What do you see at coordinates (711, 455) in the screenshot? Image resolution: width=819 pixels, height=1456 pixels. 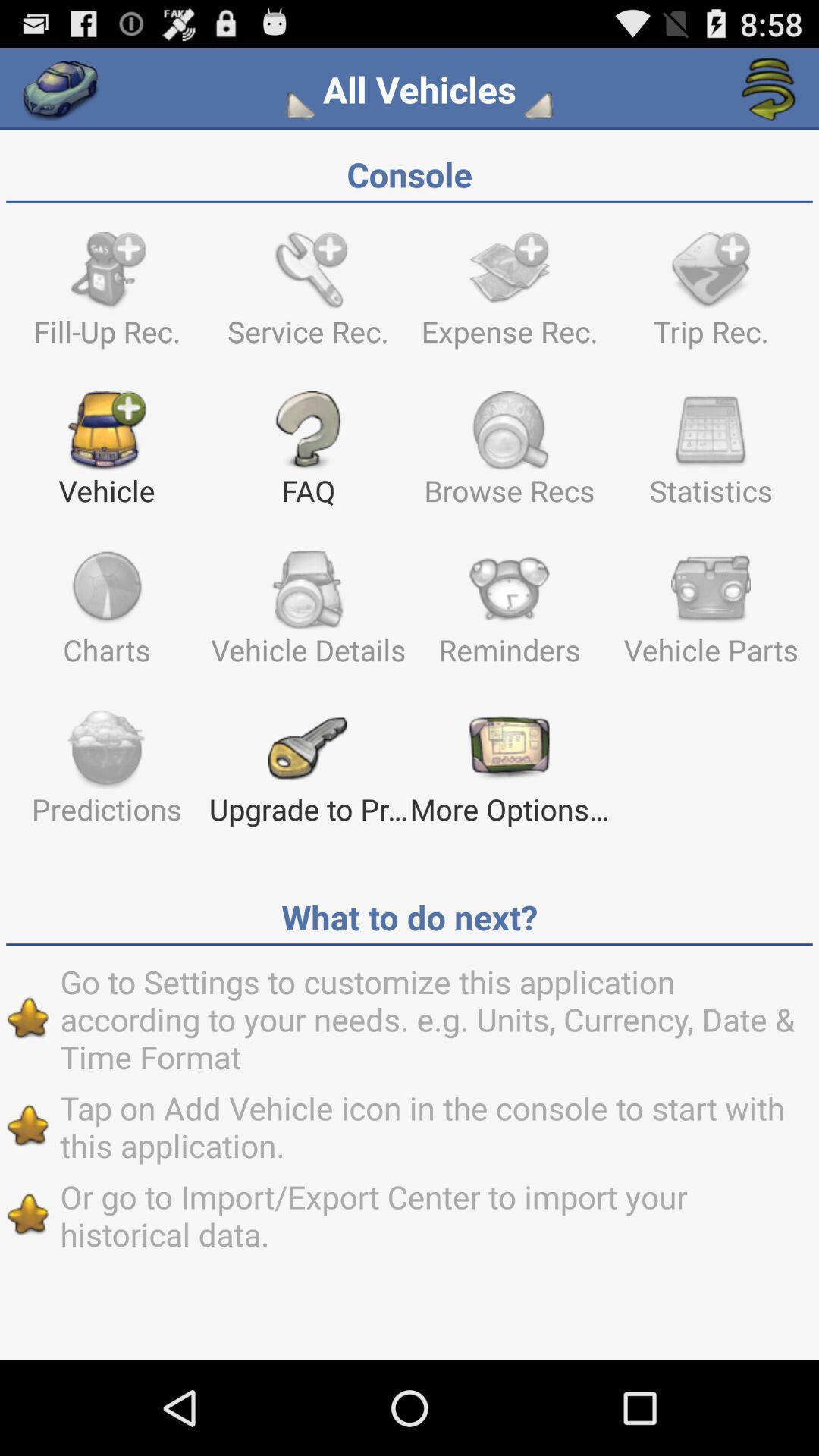 I see `statistics item` at bounding box center [711, 455].